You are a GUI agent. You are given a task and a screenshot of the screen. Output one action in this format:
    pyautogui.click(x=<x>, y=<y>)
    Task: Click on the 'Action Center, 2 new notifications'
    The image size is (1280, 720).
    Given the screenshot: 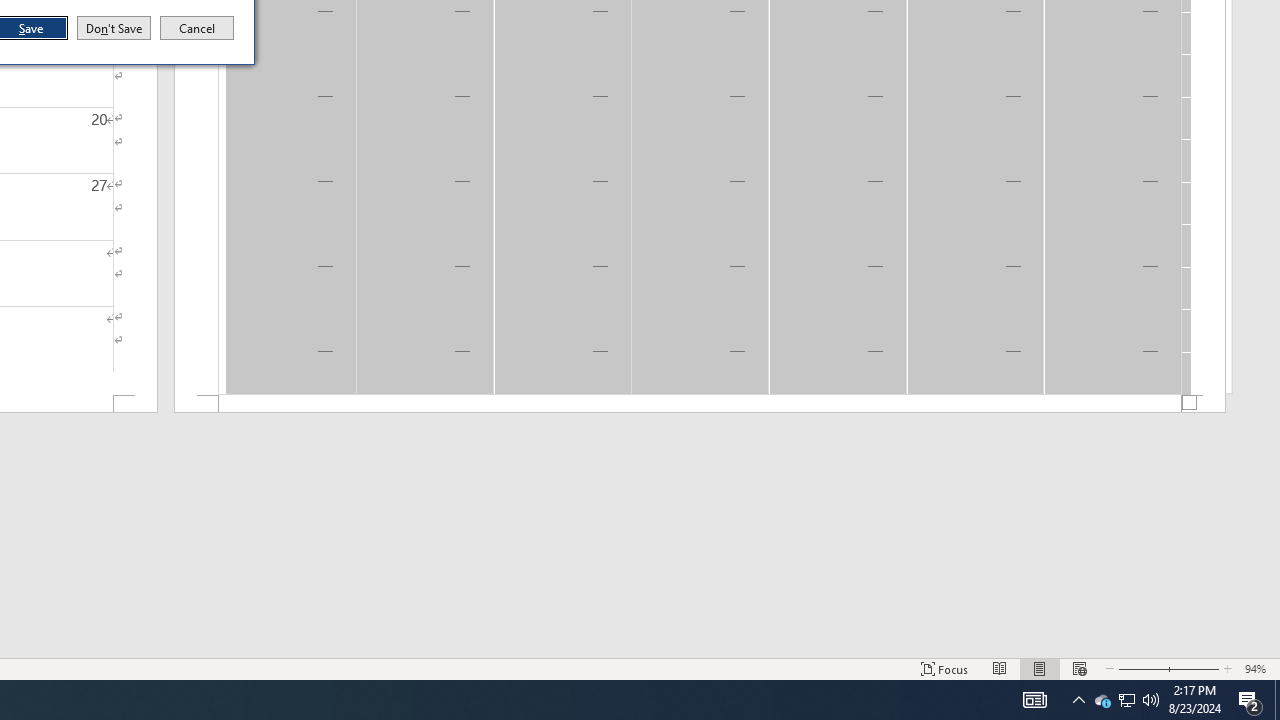 What is the action you would take?
    pyautogui.click(x=1250, y=698)
    